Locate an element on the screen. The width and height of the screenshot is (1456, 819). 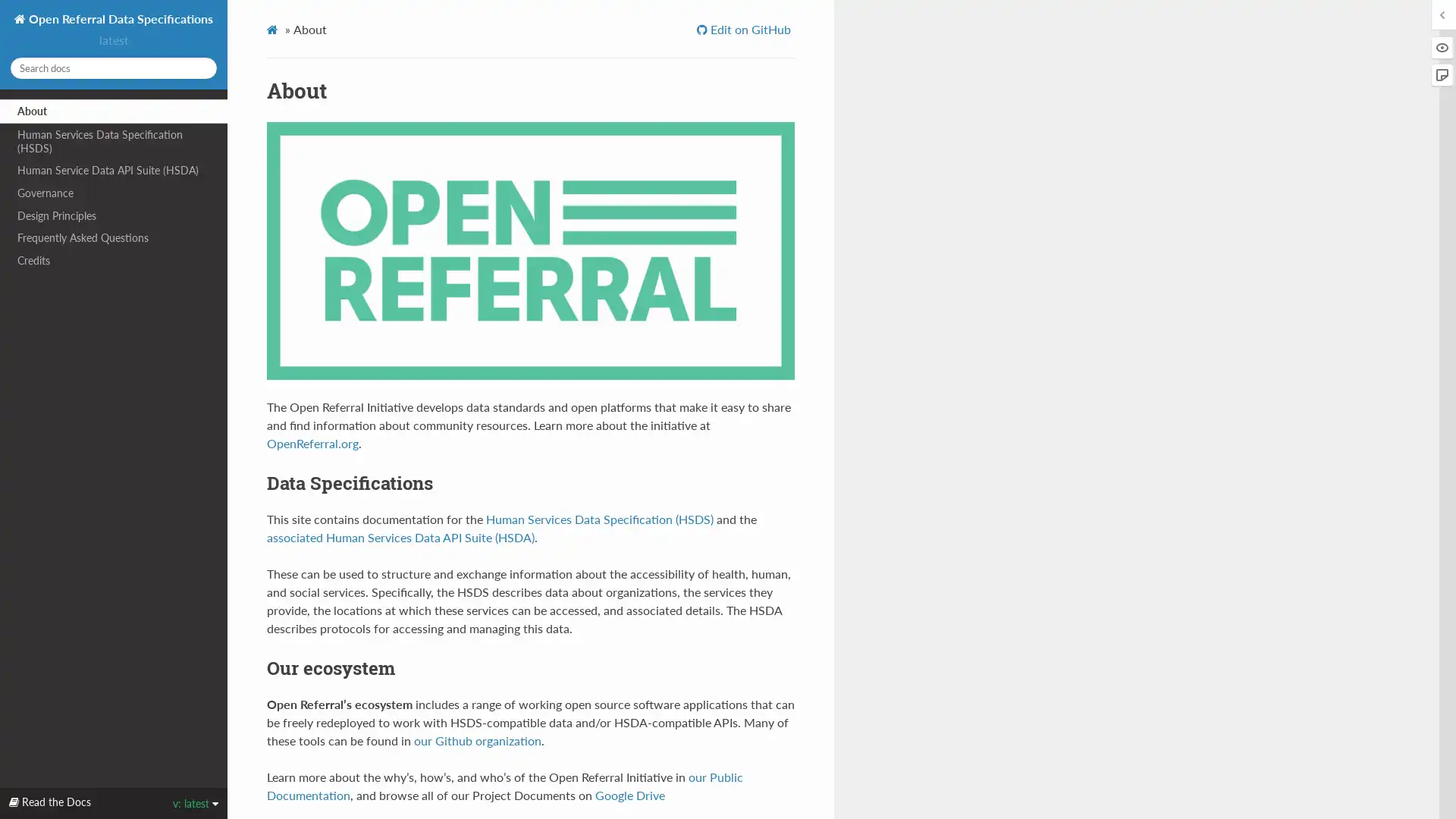
Show highlights is located at coordinates (1441, 46).